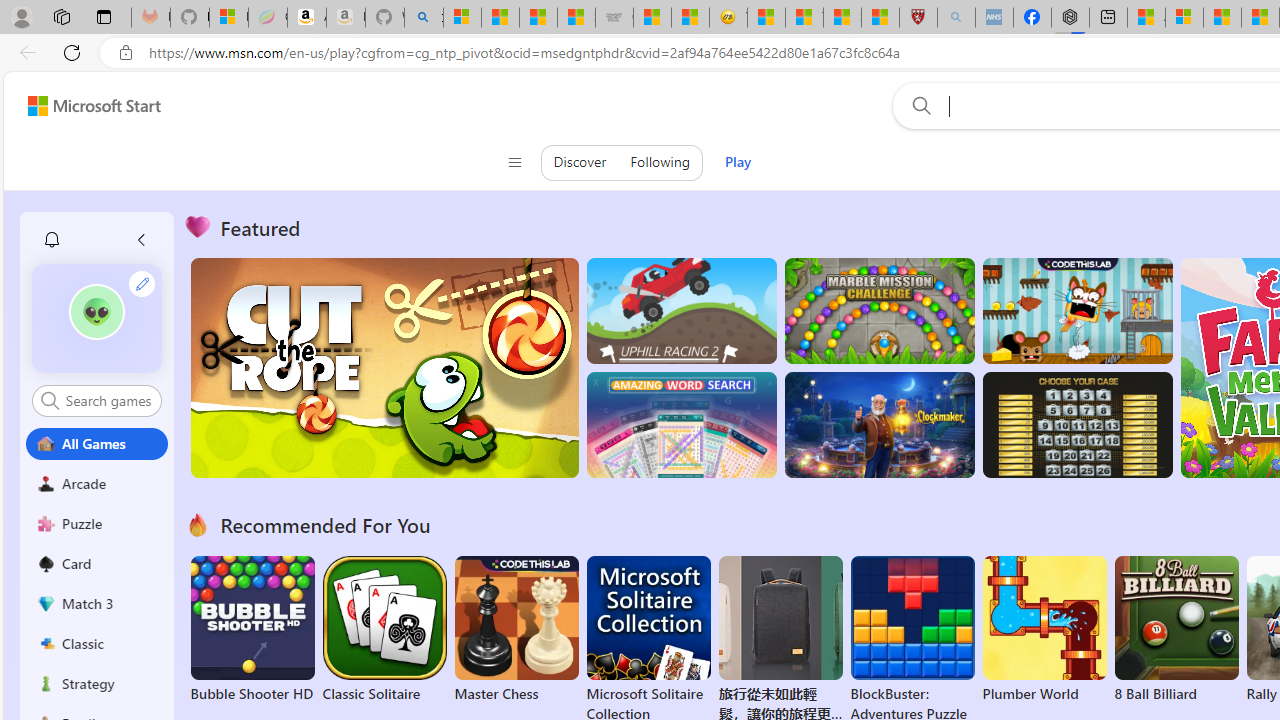 This screenshot has width=1280, height=720. Describe the element at coordinates (1176, 630) in the screenshot. I see `'8 Ball Billiard'` at that location.